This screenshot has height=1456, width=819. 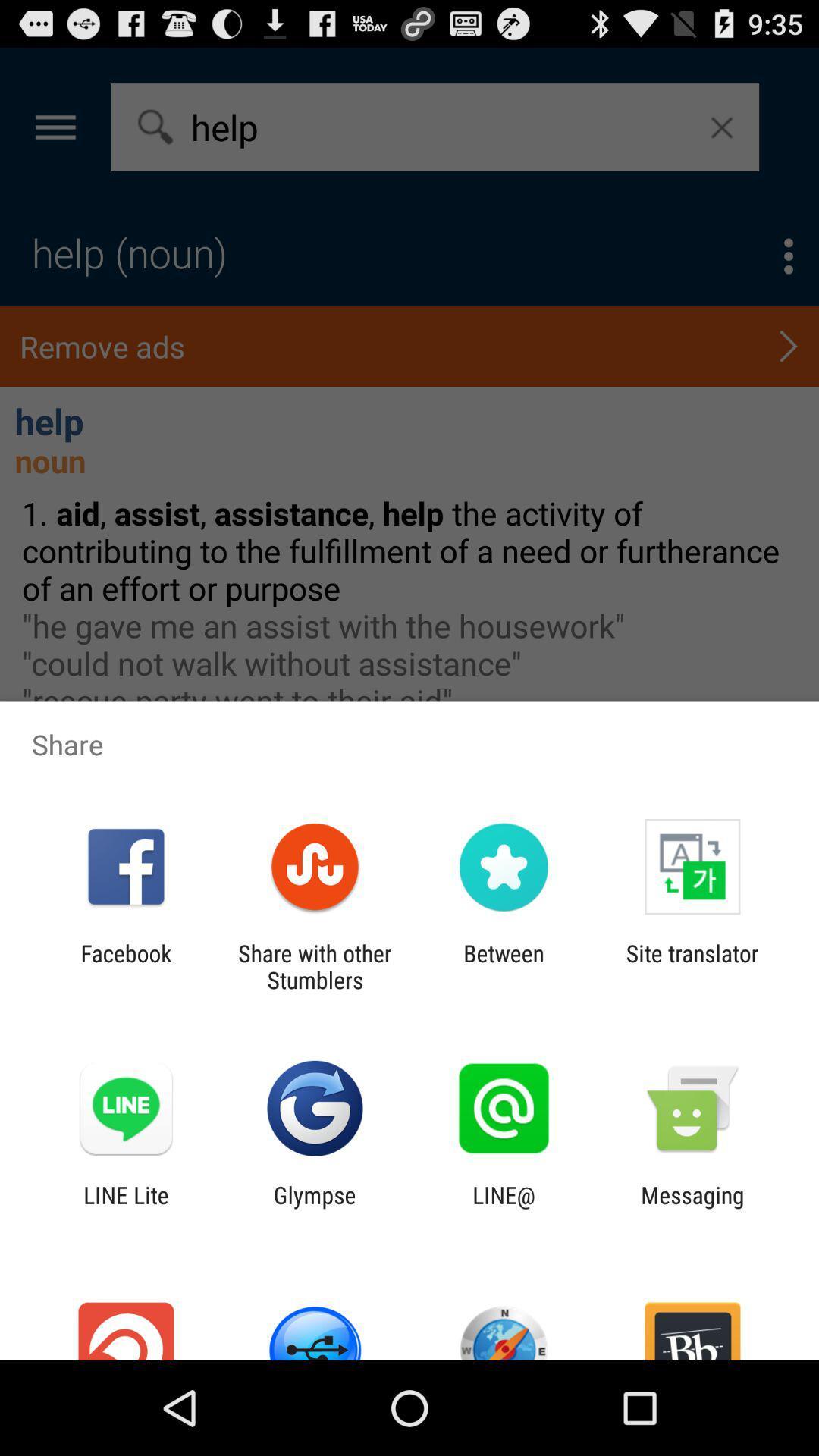 I want to click on the icon to the left of line@ app, so click(x=314, y=1207).